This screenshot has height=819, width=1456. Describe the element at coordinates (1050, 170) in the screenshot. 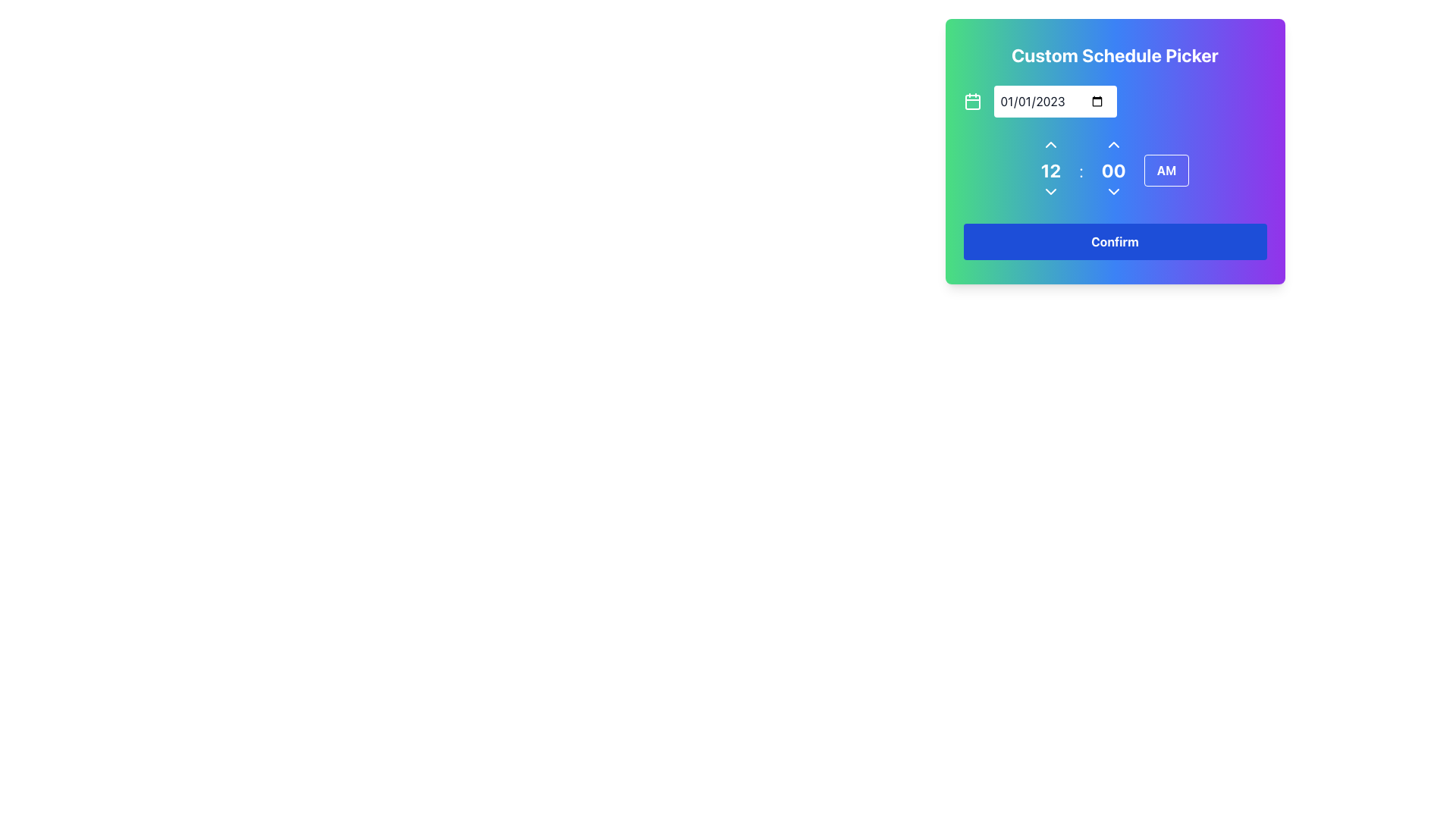

I see `the Text Display element showing the number '12' in a bold and large font style, located within the 'Custom Schedule Picker' interface` at that location.